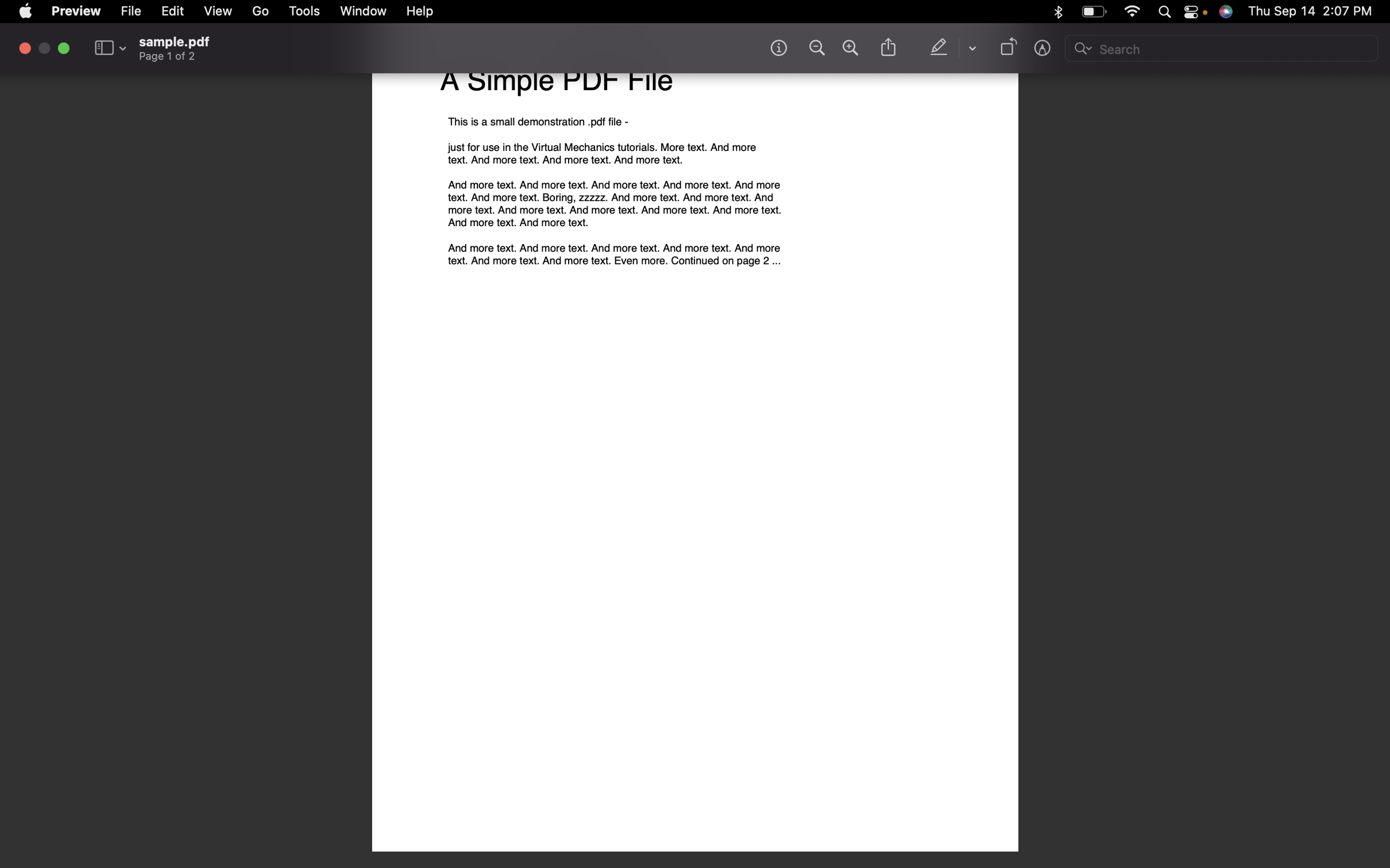 This screenshot has width=1390, height=868. I want to click on Distribute the document using Messages, so click(887, 48).